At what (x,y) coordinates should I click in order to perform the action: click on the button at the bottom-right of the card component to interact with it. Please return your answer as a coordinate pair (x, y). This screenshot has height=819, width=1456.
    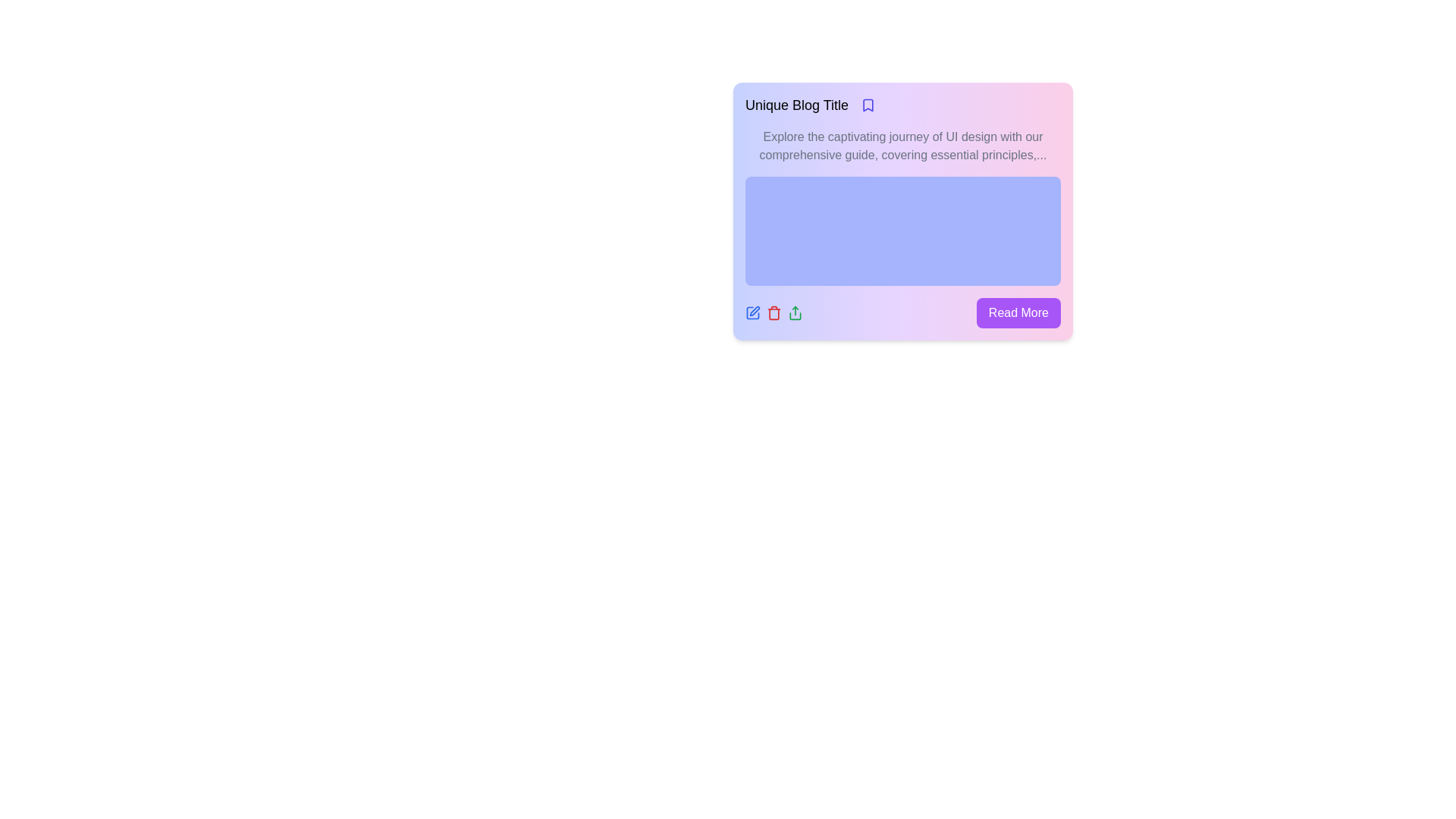
    Looking at the image, I should click on (902, 312).